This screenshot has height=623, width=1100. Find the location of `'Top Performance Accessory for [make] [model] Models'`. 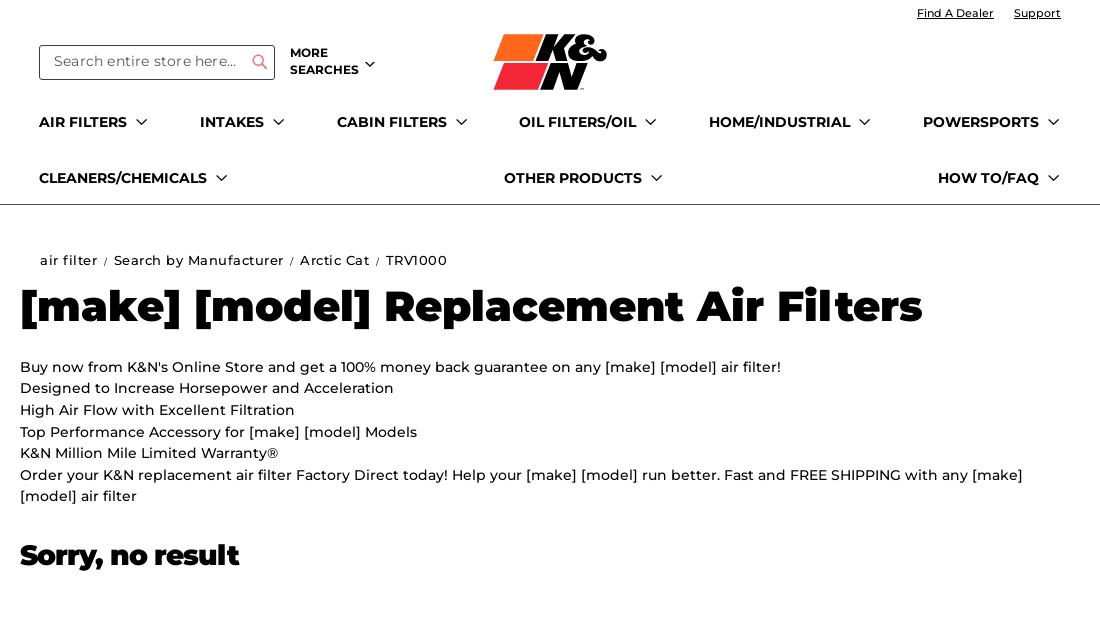

'Top Performance Accessory for [make] [model] Models' is located at coordinates (19, 430).